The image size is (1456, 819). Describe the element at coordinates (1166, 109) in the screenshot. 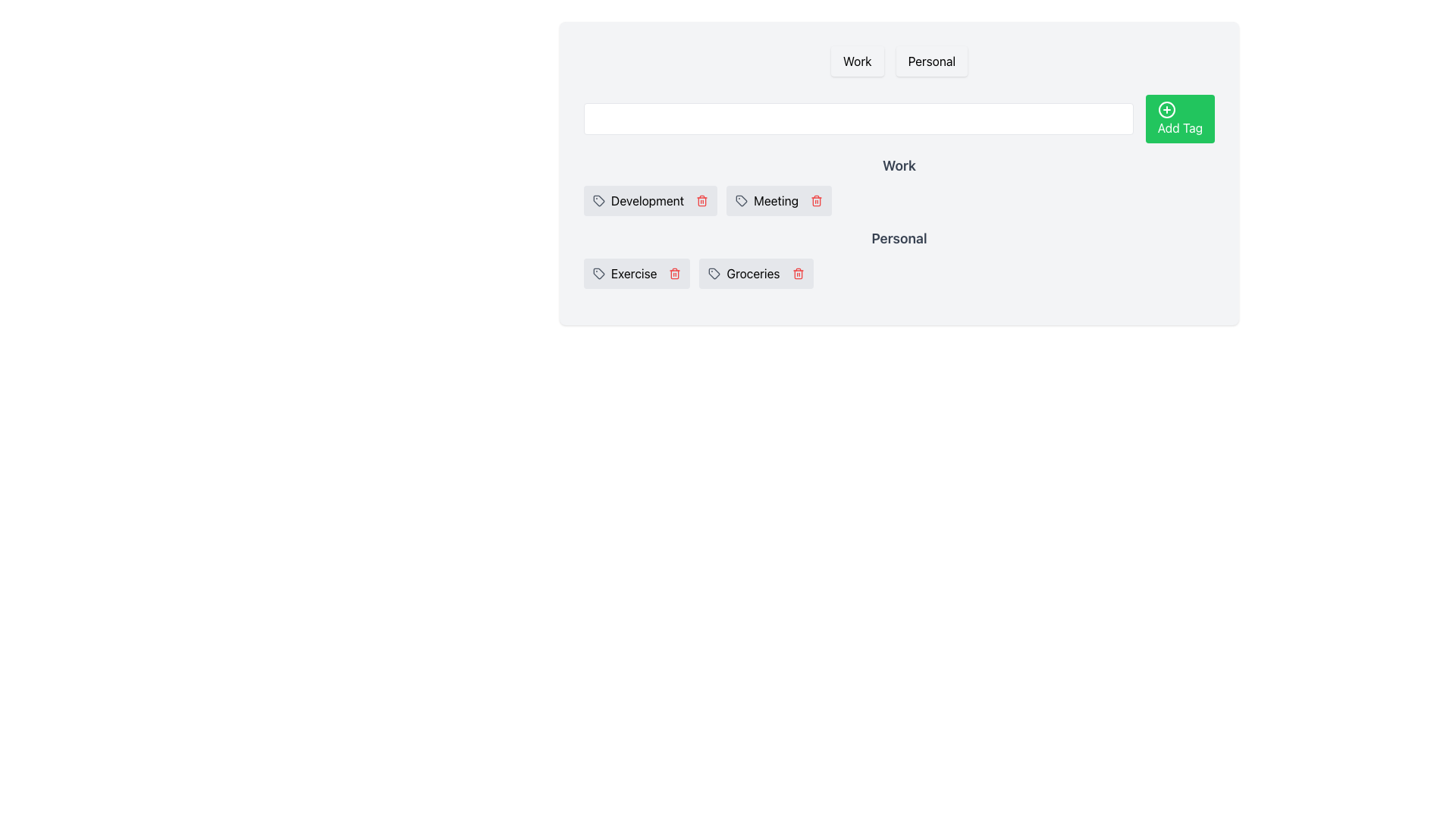

I see `the 'Add Tag' icon located within the green rectangular button for visual feedback` at that location.